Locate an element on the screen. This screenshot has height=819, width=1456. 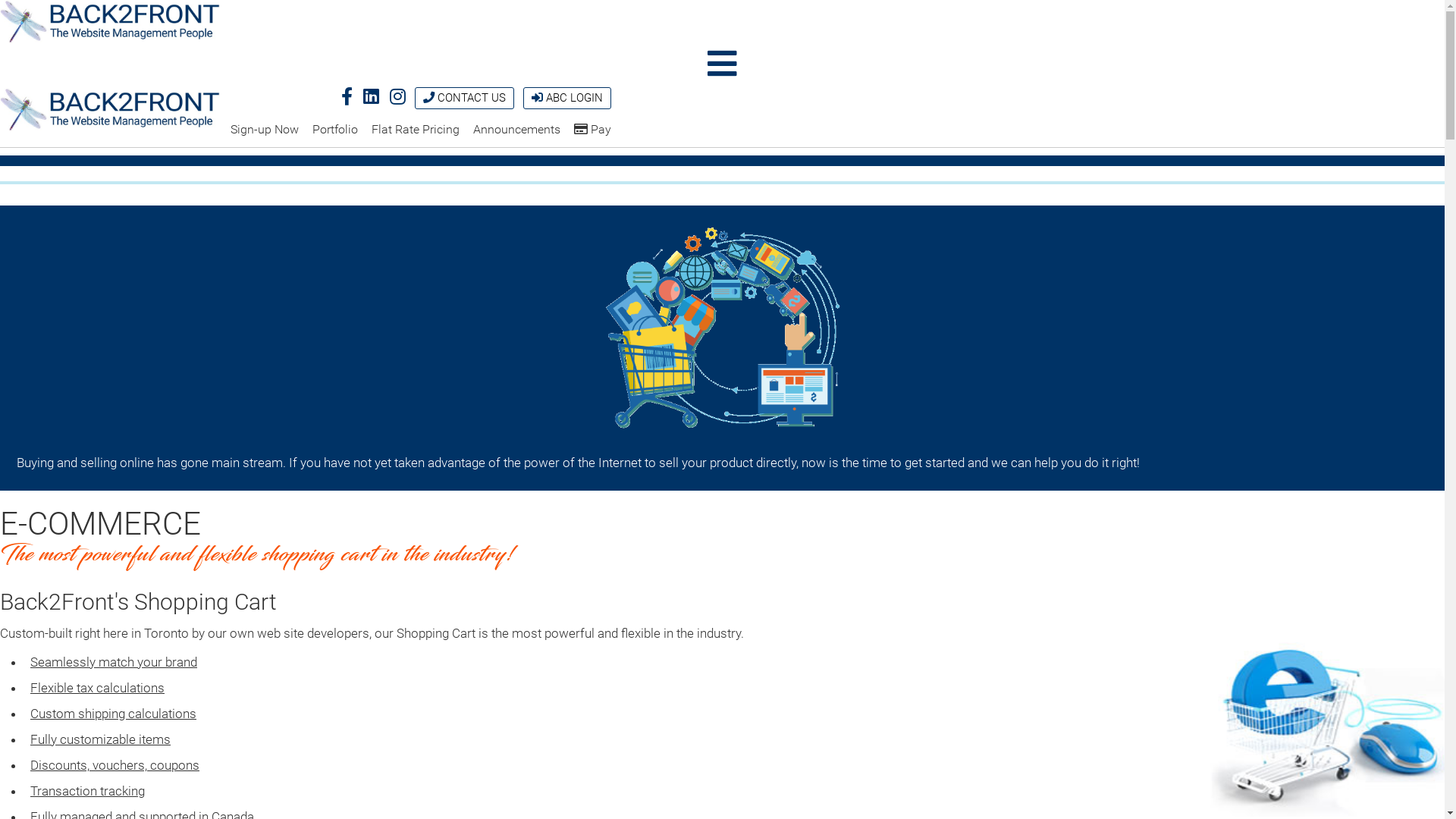
'Follow Us On Instagram' is located at coordinates (397, 96).